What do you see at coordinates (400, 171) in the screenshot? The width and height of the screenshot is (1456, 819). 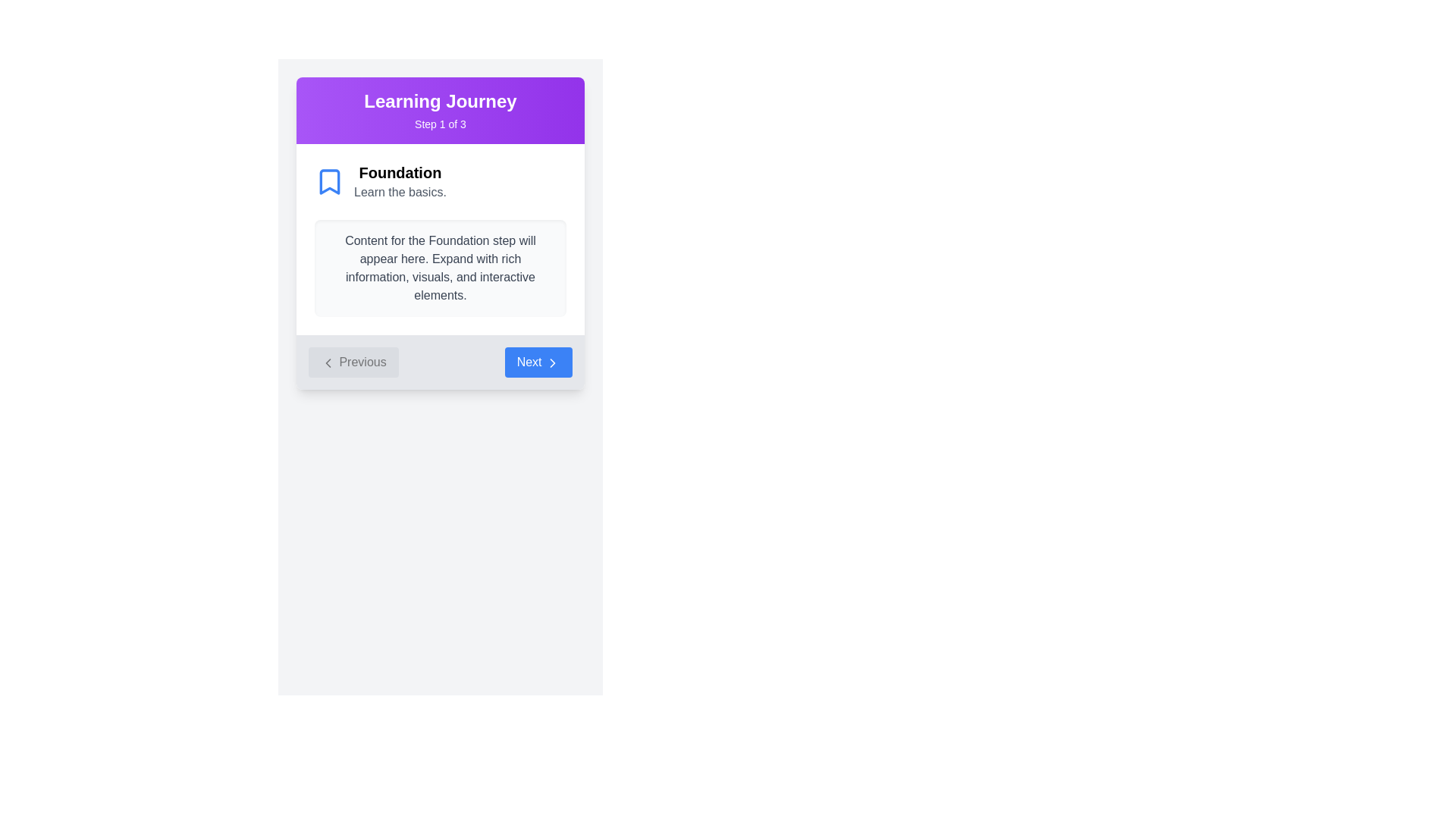 I see `the Text Label that serves as a heading for the content below, positioned under 'Learning Journey' and above 'Learn the basics.'` at bounding box center [400, 171].